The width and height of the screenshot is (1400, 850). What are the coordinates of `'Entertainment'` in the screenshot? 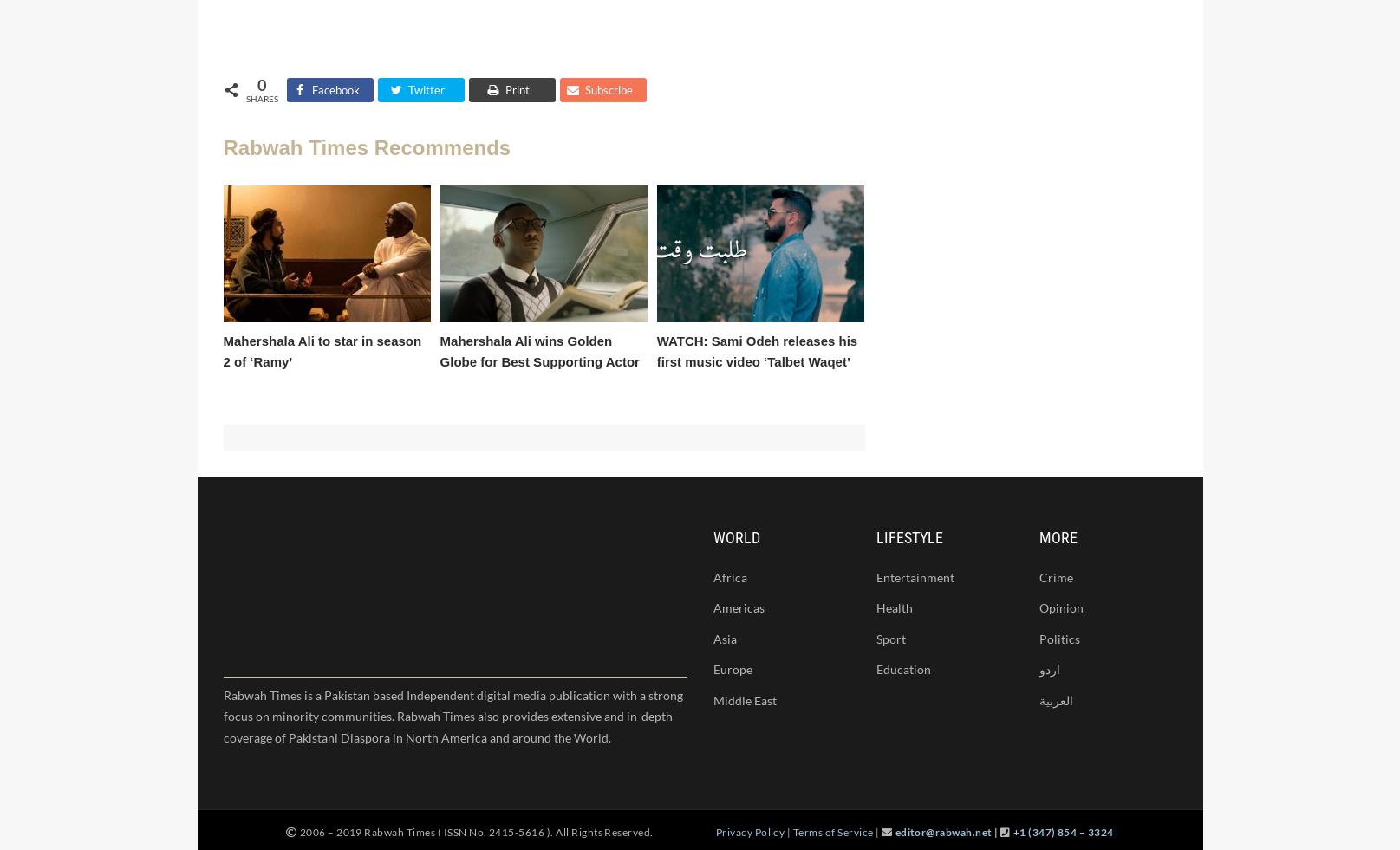 It's located at (914, 577).